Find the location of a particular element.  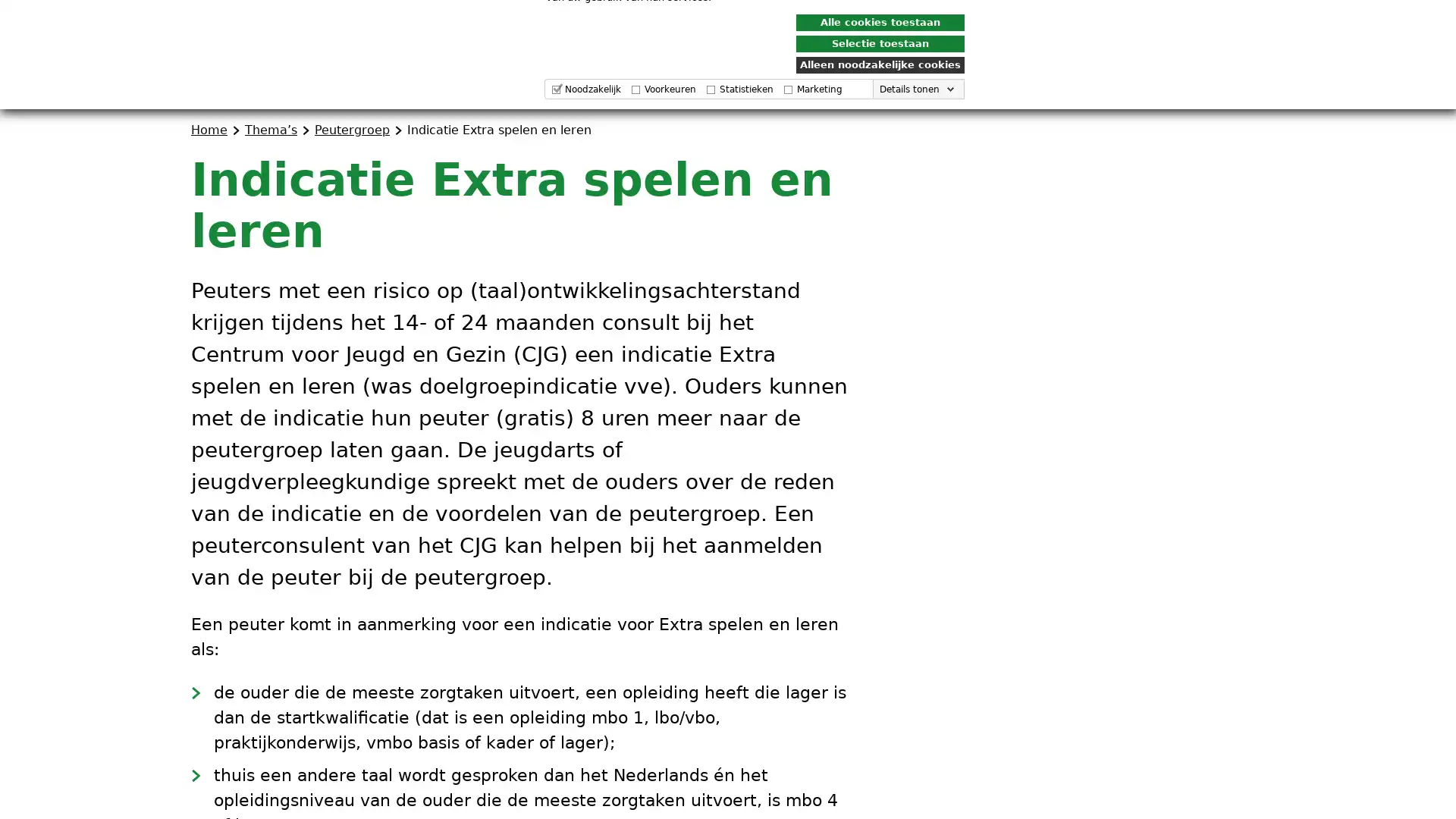

Sub menu openen/sluiten is located at coordinates (956, 71).